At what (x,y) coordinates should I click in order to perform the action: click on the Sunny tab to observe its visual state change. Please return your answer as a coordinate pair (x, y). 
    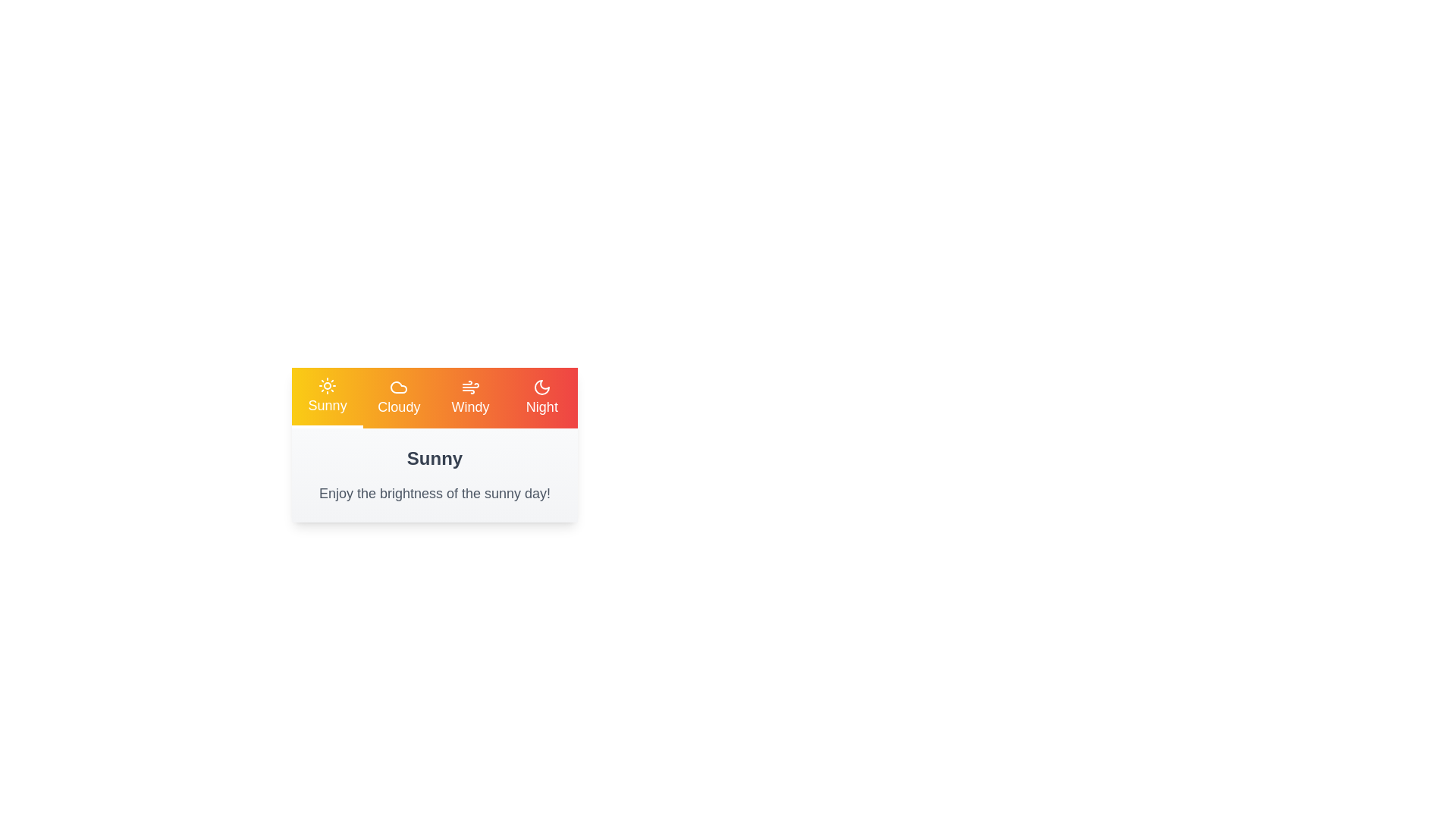
    Looking at the image, I should click on (327, 397).